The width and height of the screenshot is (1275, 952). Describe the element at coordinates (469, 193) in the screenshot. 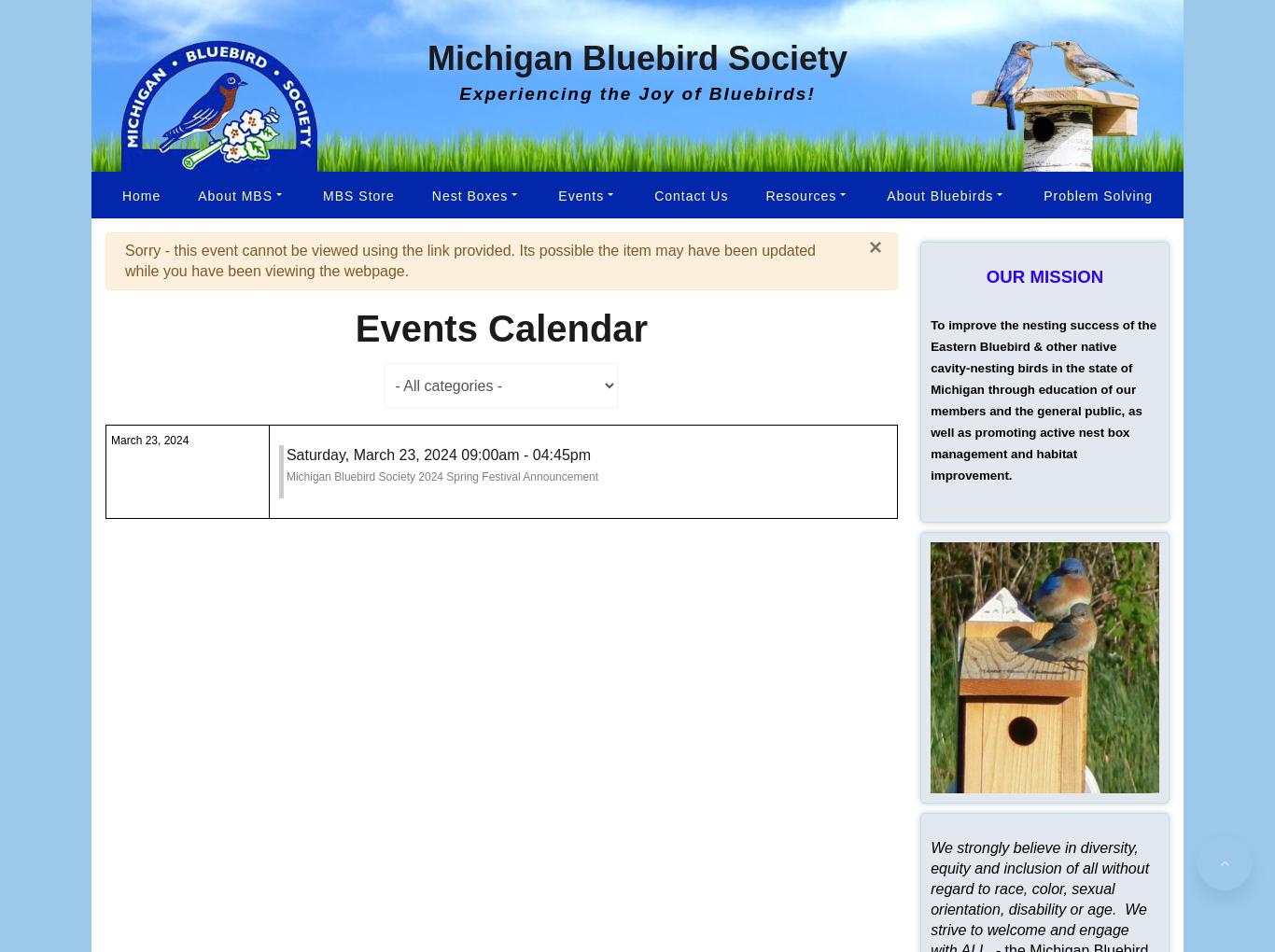

I see `'Nest Boxes'` at that location.